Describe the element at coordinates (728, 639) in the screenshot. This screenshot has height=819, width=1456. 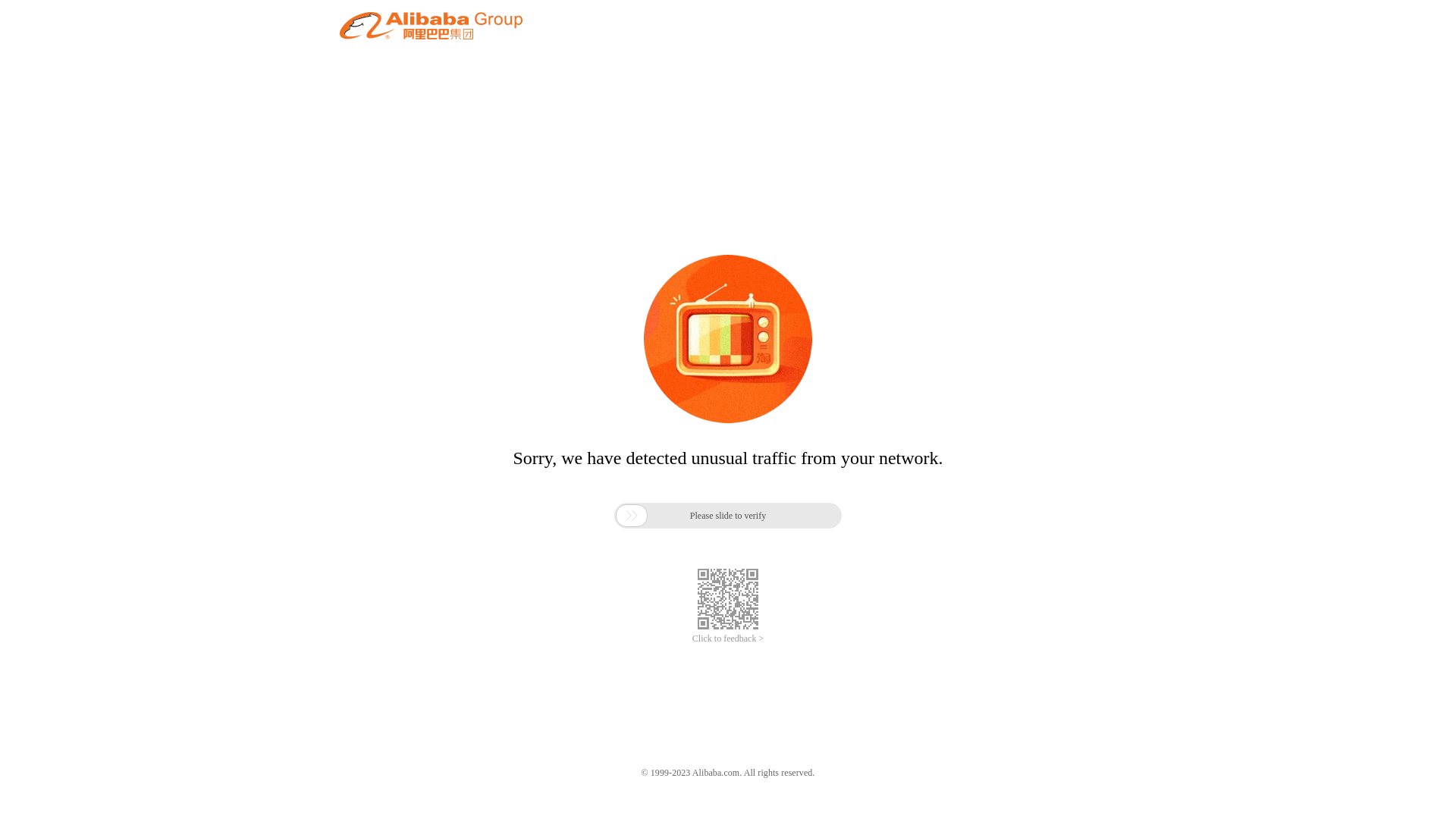
I see `'Click to feedback >'` at that location.